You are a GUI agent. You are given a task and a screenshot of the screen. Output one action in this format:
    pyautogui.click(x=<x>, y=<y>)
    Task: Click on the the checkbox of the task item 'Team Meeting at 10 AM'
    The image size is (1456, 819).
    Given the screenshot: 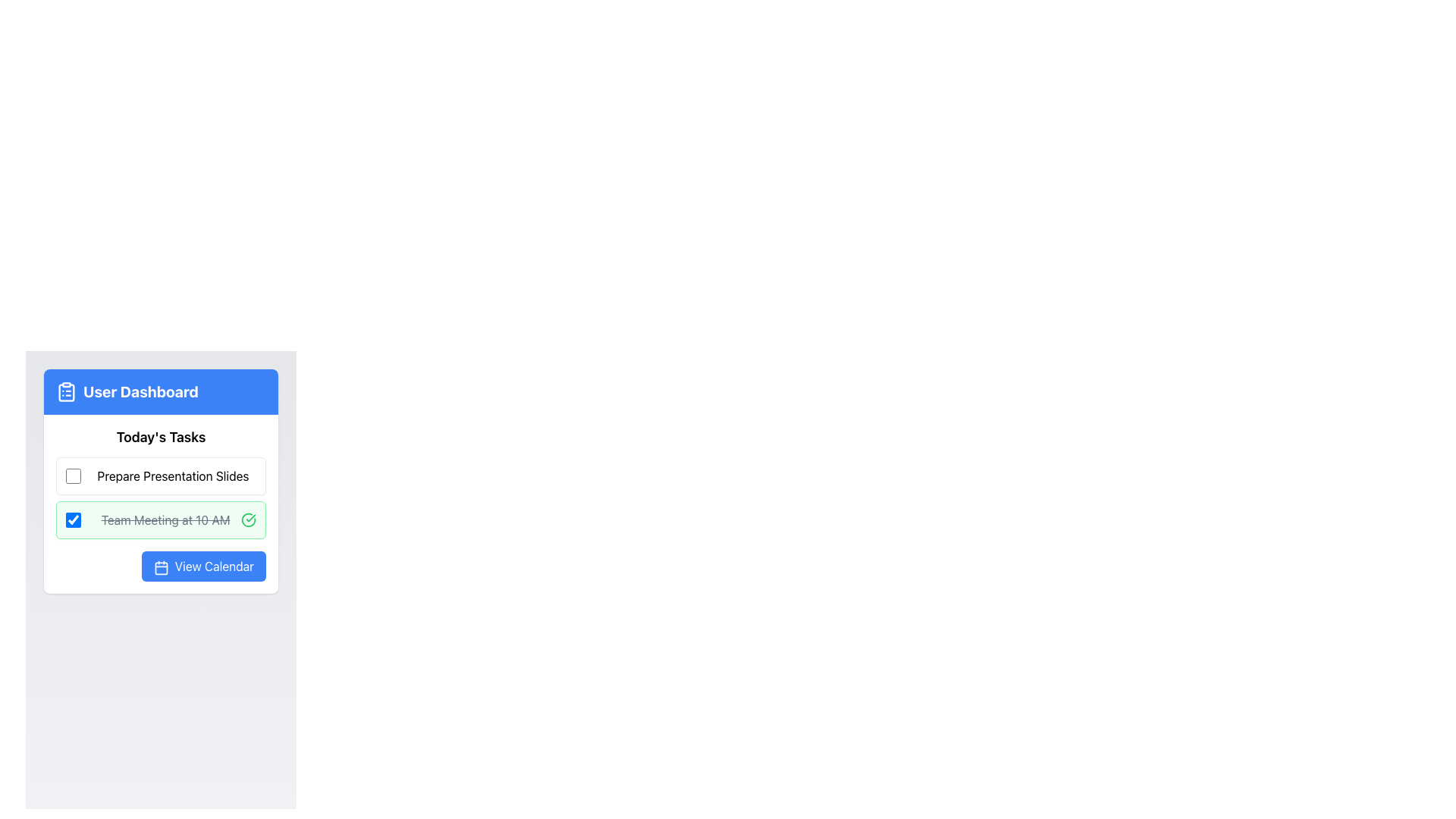 What is the action you would take?
    pyautogui.click(x=161, y=519)
    